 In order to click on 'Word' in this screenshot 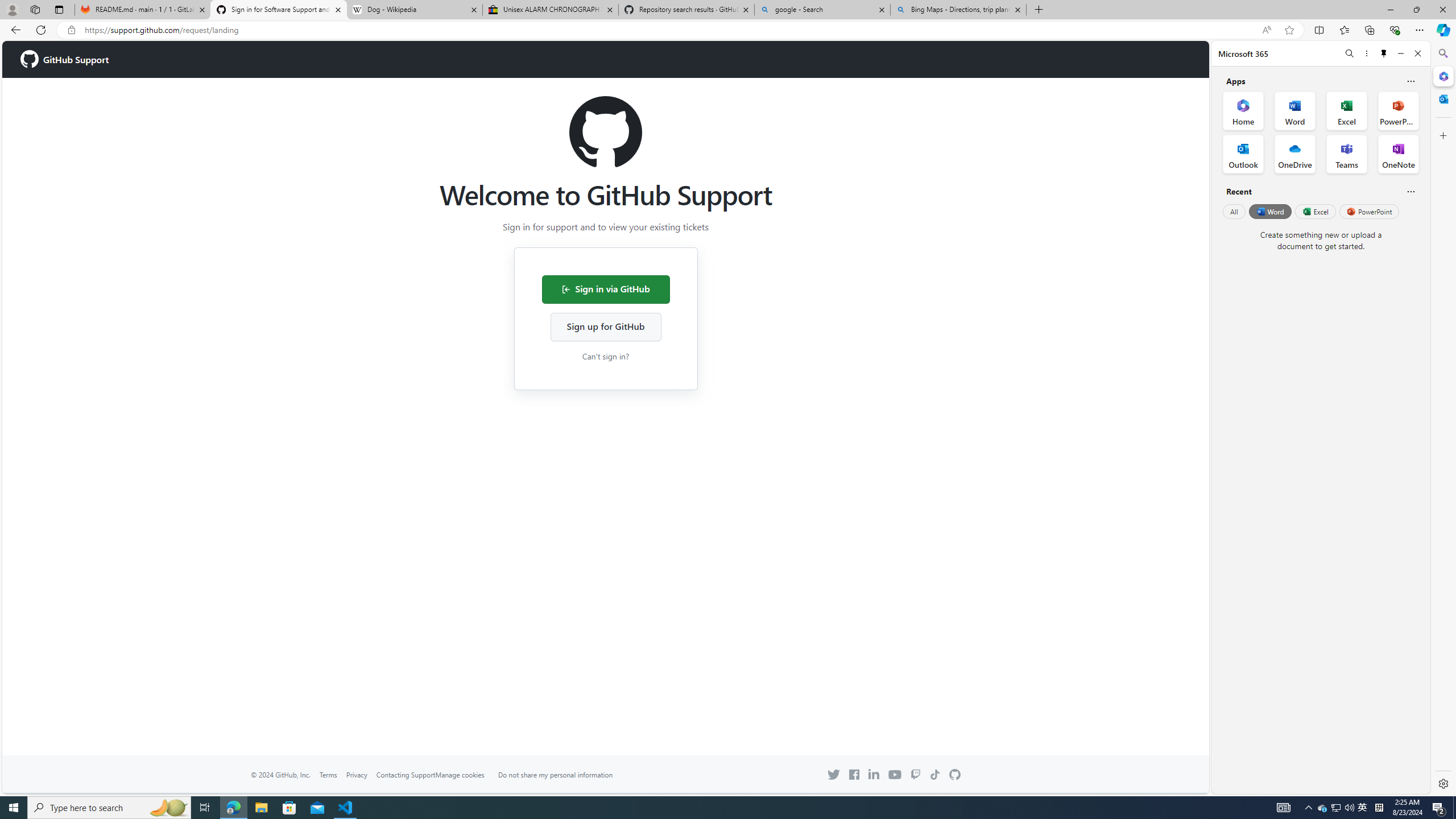, I will do `click(1269, 211)`.